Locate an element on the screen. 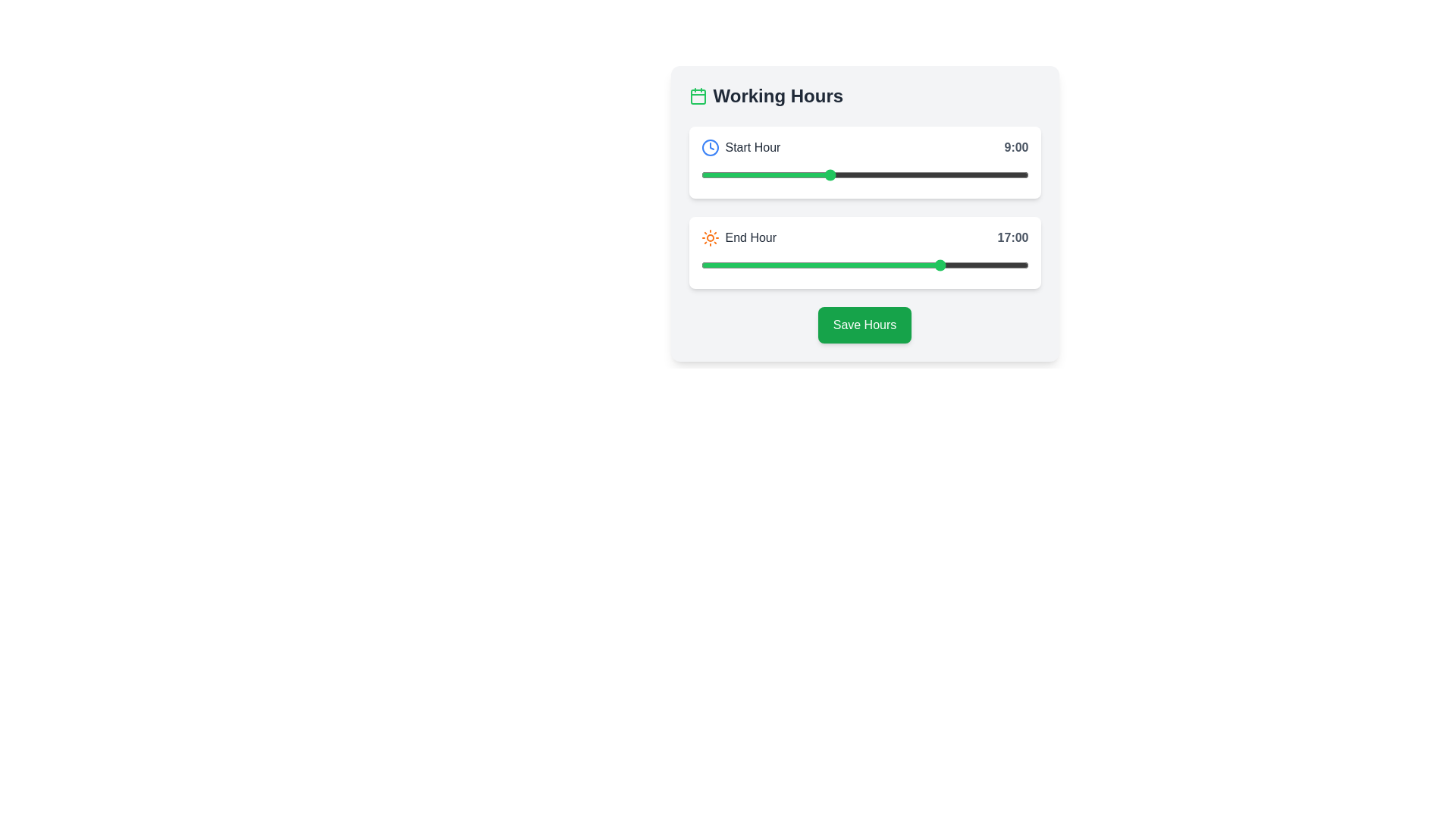 This screenshot has width=1456, height=819. time displayed by the text label showing '17:00', which is in a bold gray font and positioned to the right of the slider control for the 'End Hour' setting is located at coordinates (1013, 237).